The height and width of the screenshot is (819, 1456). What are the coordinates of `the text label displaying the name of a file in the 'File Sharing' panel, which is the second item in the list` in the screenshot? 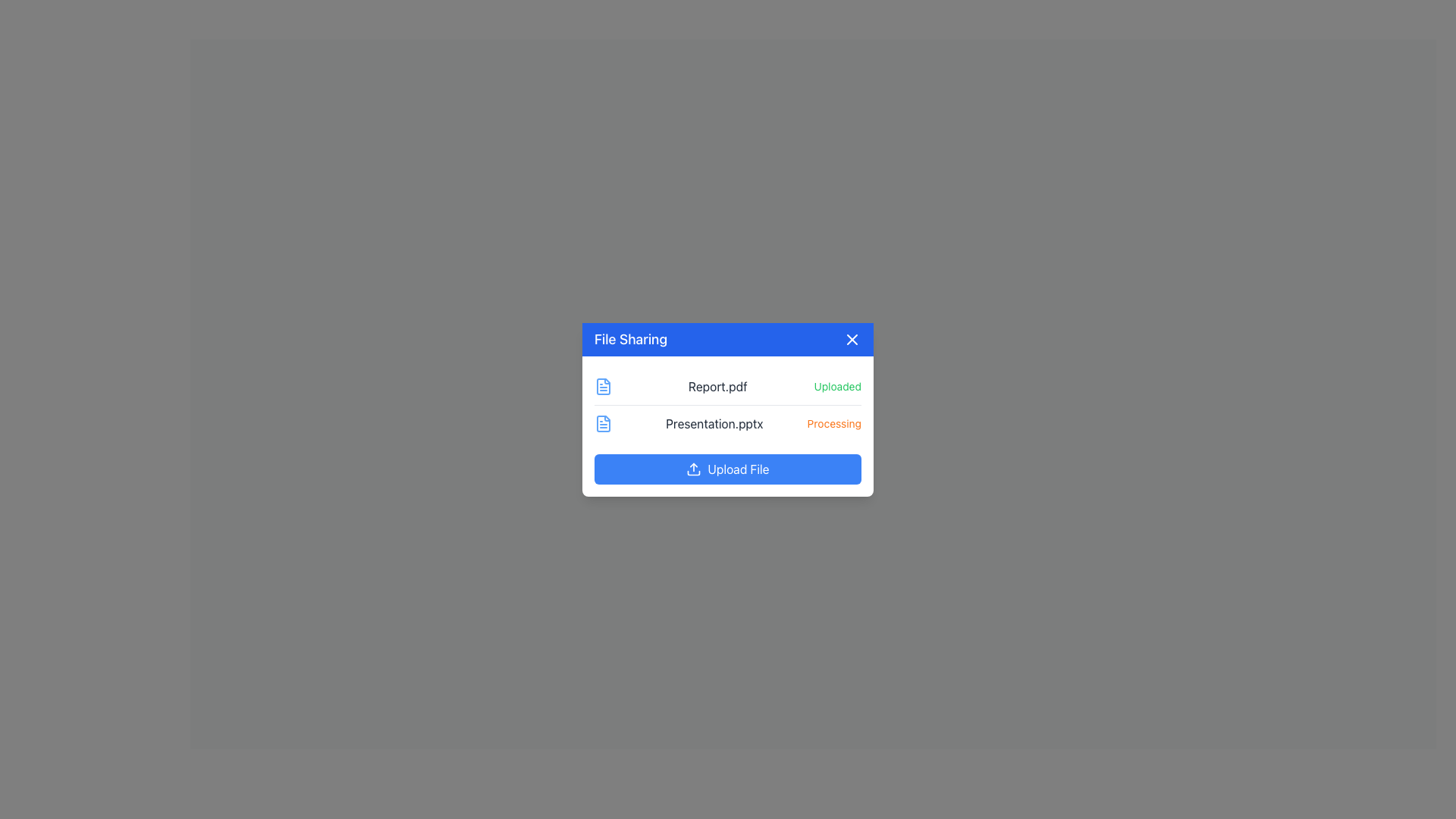 It's located at (713, 423).